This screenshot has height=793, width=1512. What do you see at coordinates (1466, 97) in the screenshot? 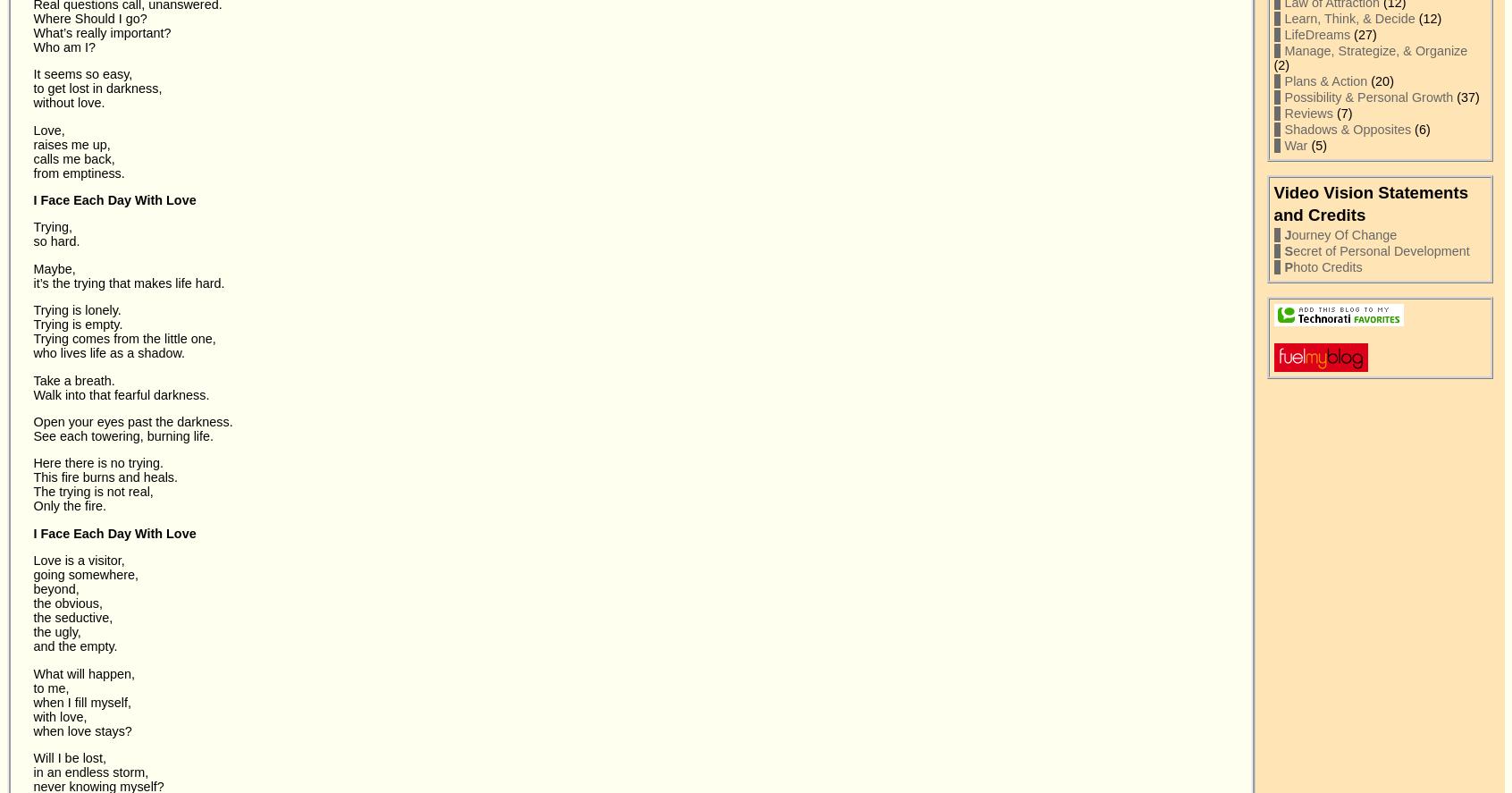
I see `'(37)'` at bounding box center [1466, 97].